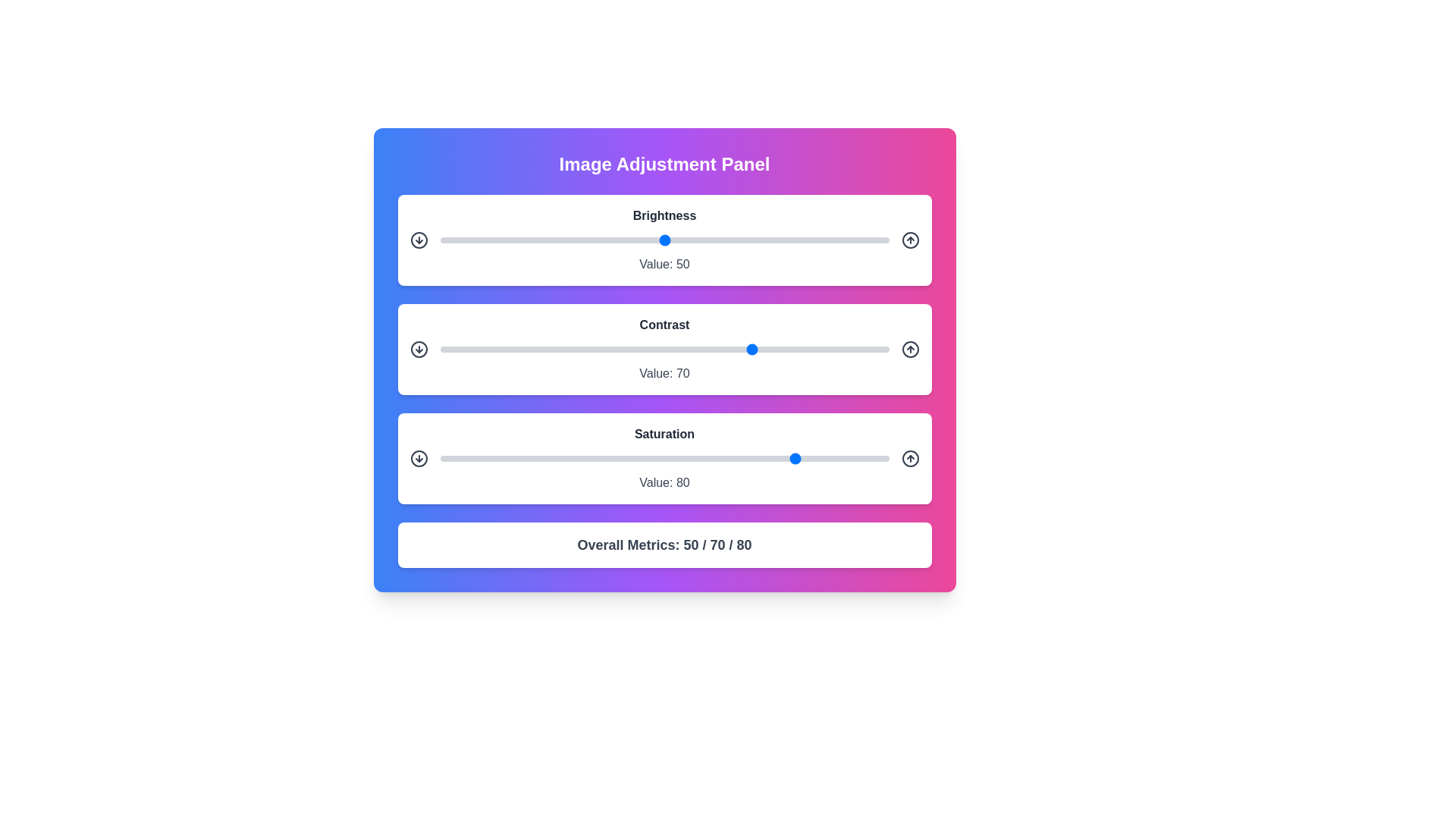 The image size is (1456, 819). I want to click on contrast, so click(547, 350).